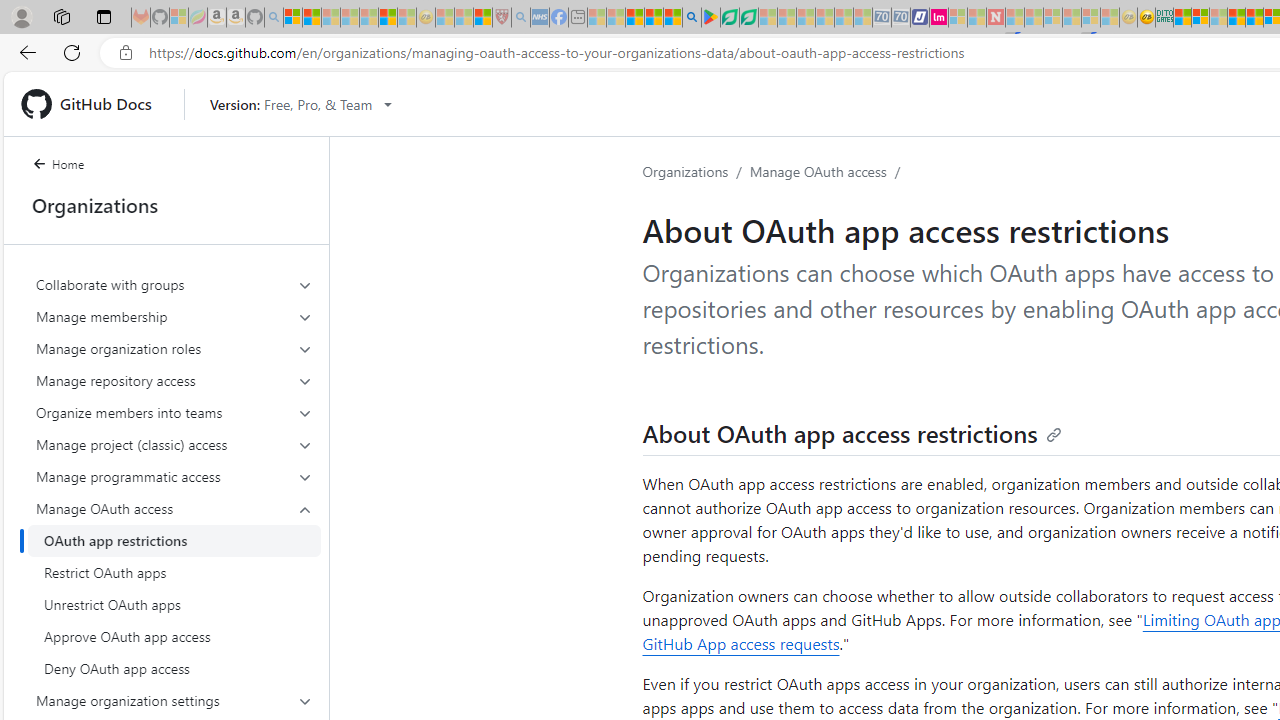  I want to click on 'Manage project (classic) access', so click(174, 443).